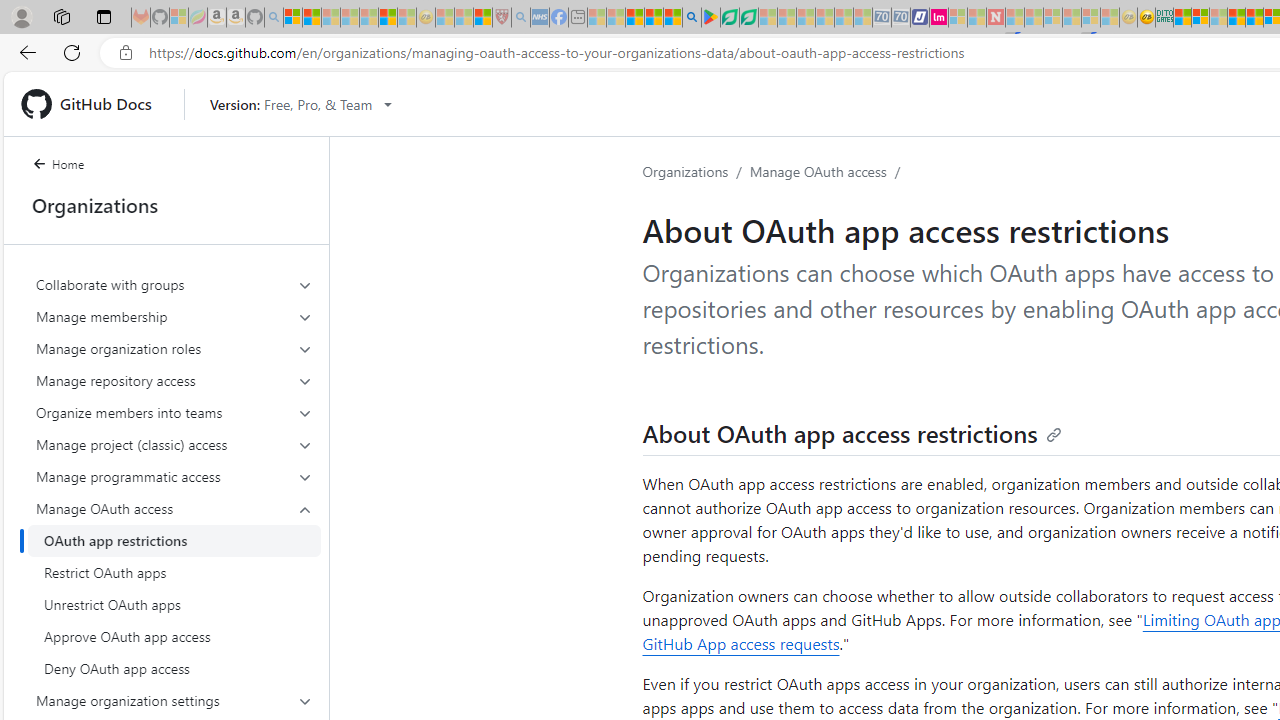  I want to click on 'Manage project (classic) access', so click(174, 443).